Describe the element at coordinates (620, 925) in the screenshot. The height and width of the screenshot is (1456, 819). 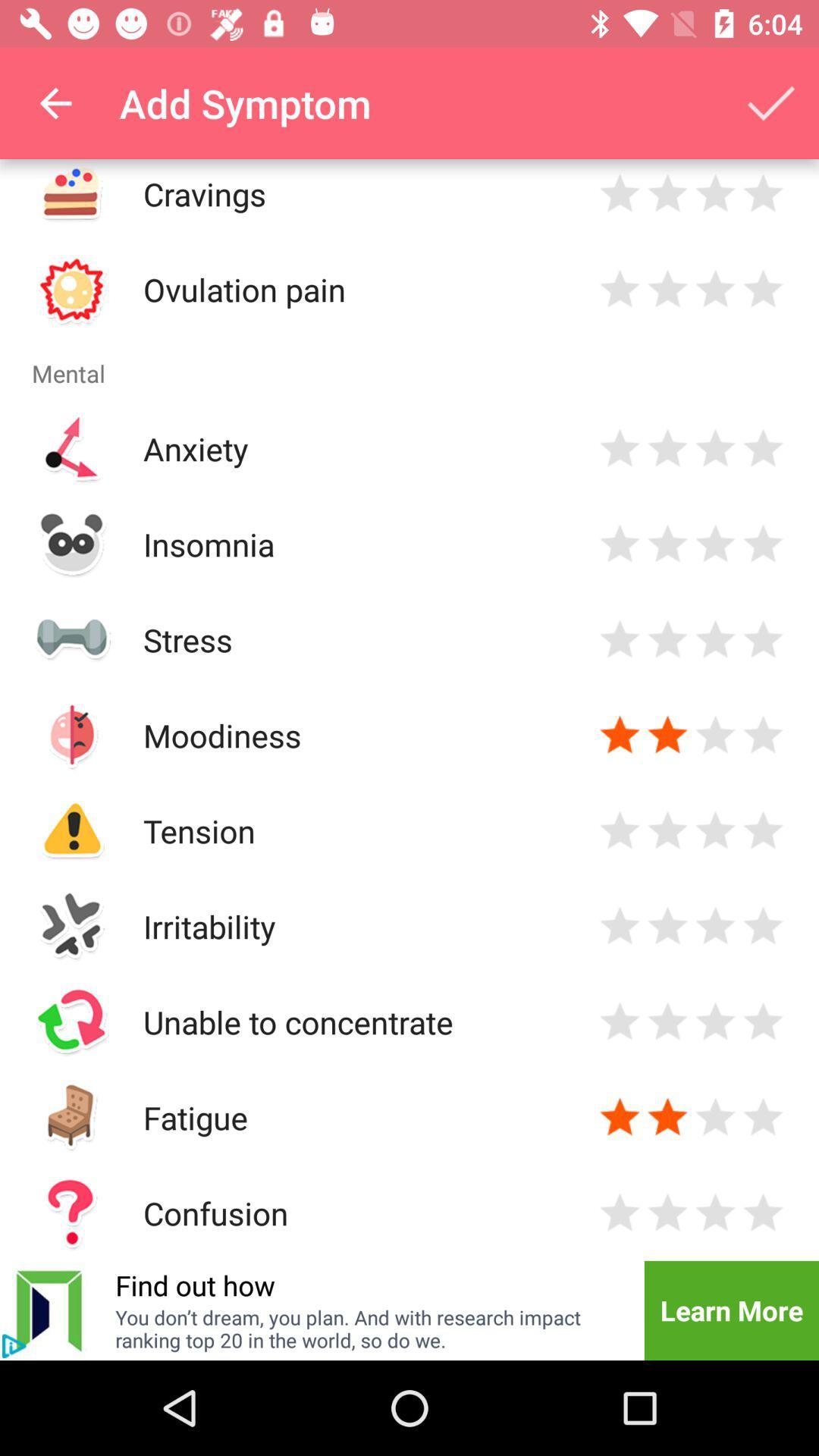
I see `low irritability` at that location.